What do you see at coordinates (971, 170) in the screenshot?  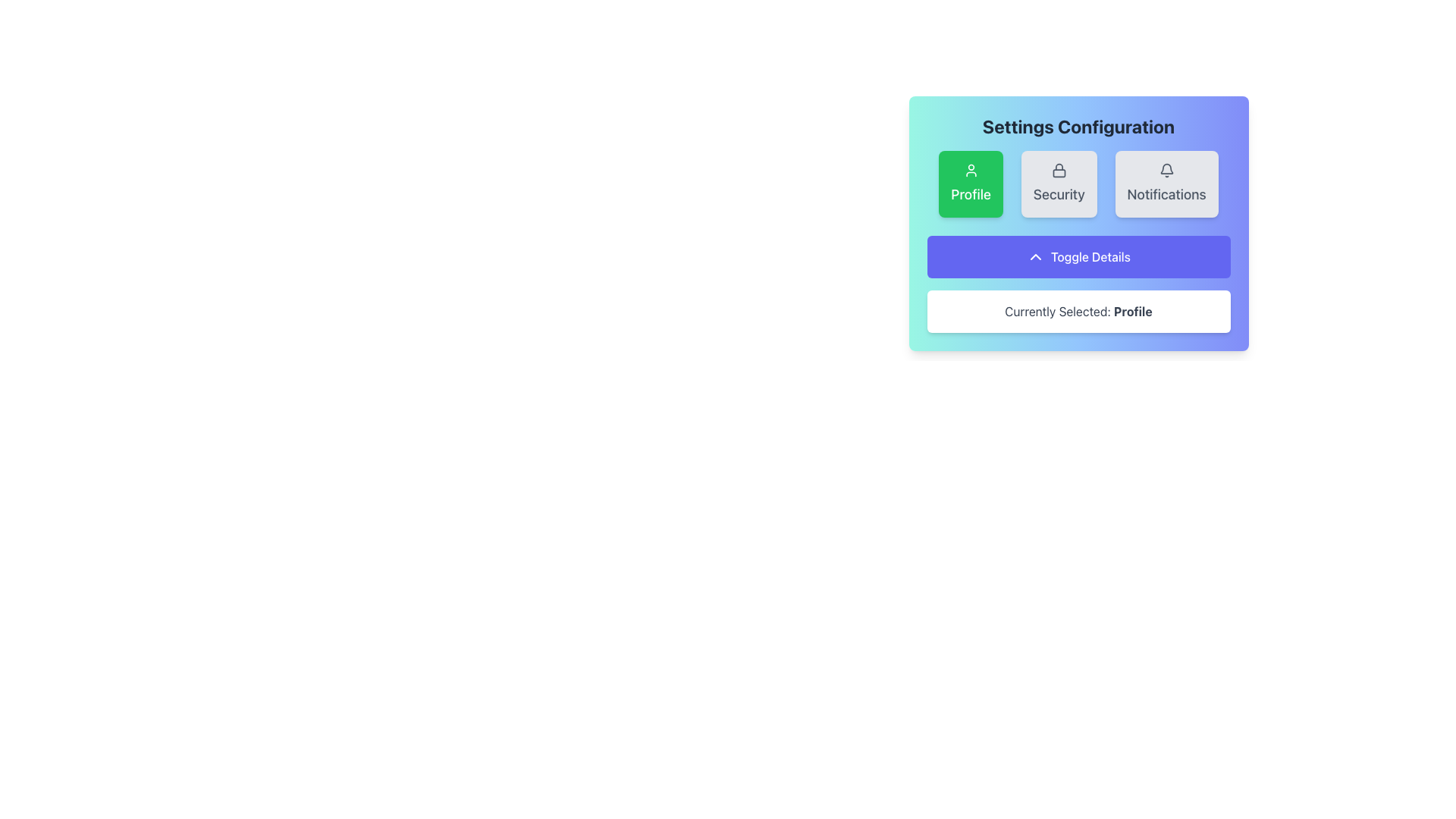 I see `the 'Profile' button that contains a user silhouette icon, located in the top-left corner of the button group in the 'Settings Configuration' panel` at bounding box center [971, 170].